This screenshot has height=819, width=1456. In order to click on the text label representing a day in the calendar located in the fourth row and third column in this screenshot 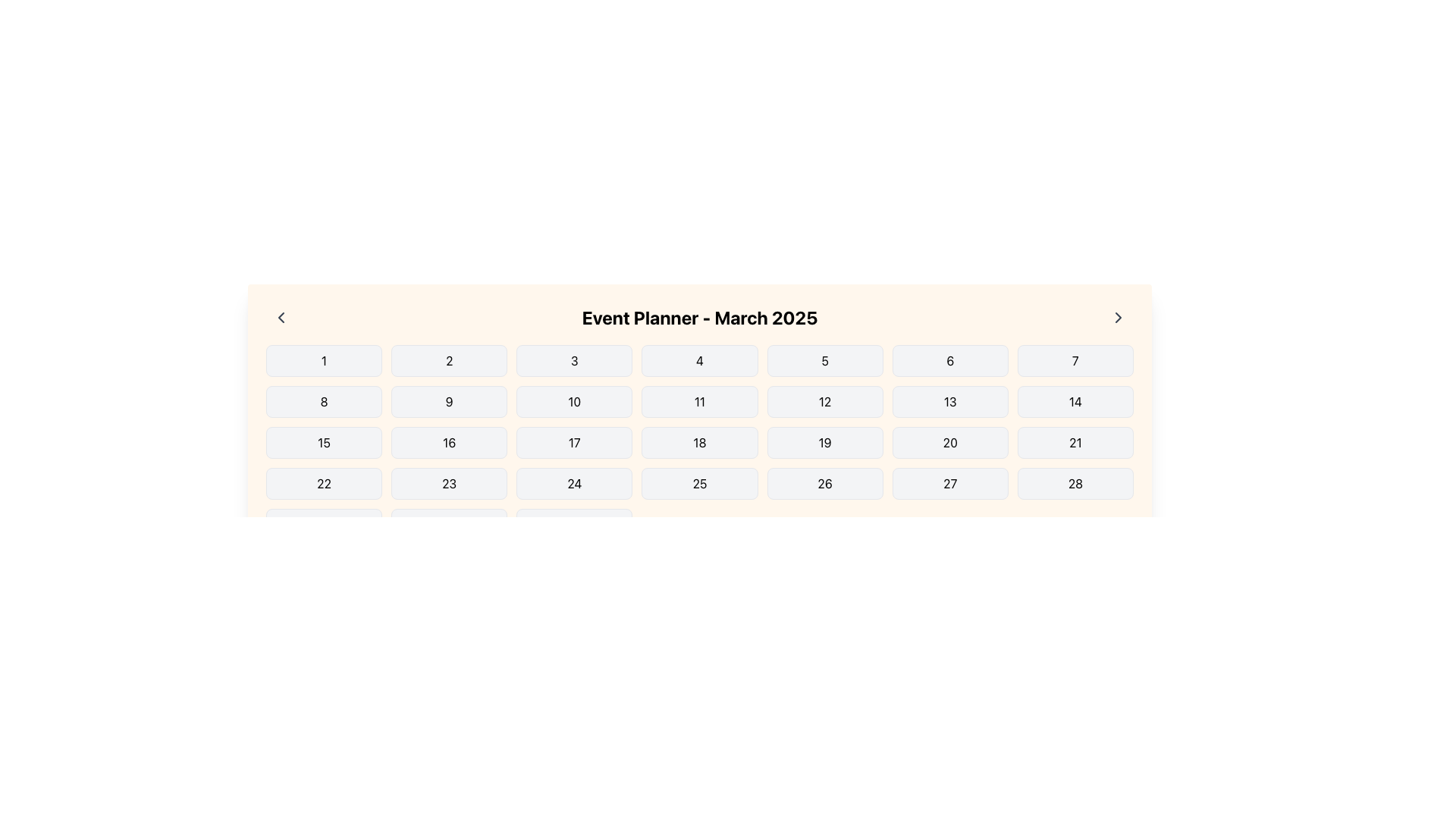, I will do `click(698, 442)`.